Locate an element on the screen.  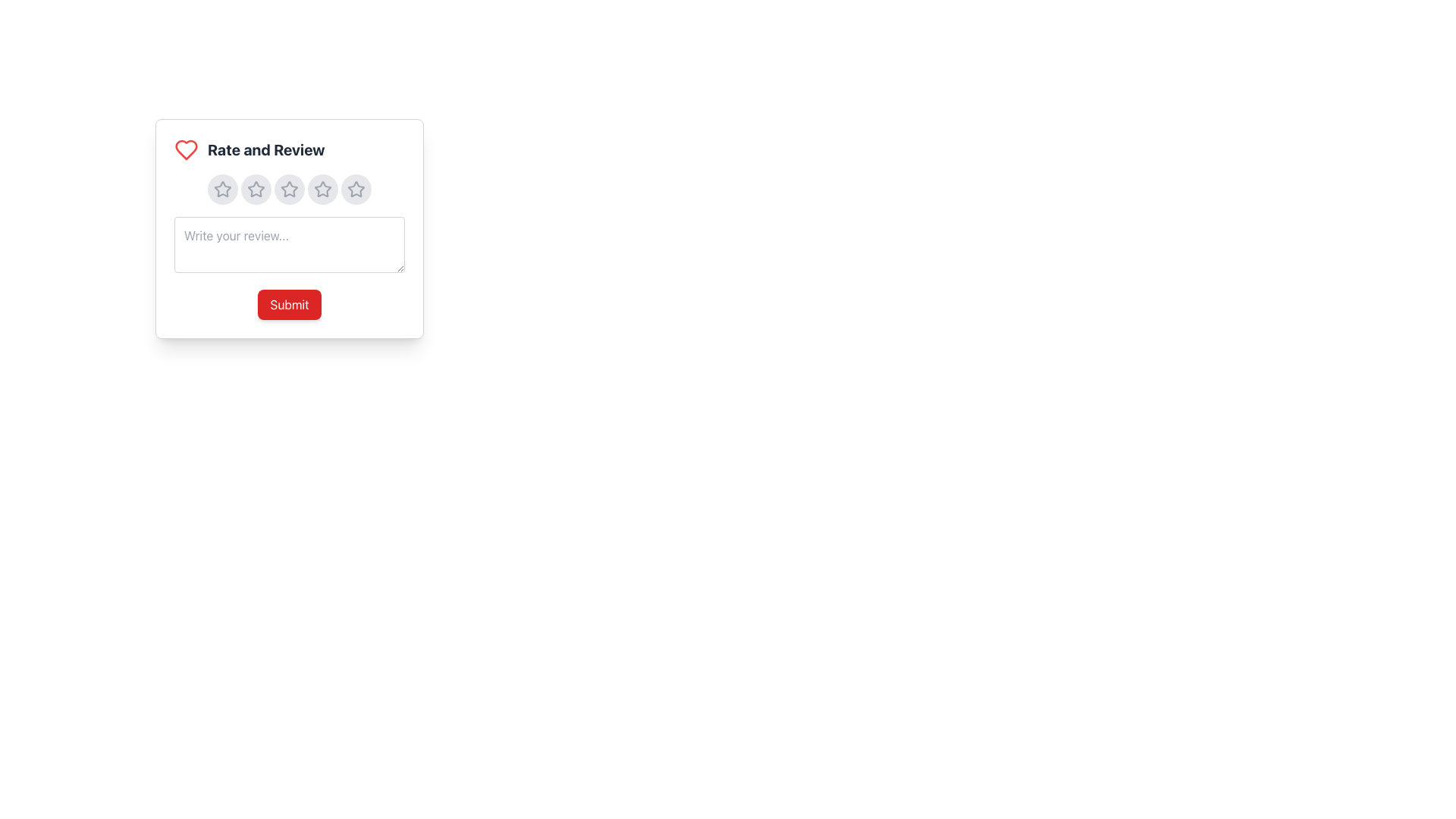
the 'Submit' button, which is a red rectangular button with white text, located at the bottom of a card-like structure is located at coordinates (290, 304).